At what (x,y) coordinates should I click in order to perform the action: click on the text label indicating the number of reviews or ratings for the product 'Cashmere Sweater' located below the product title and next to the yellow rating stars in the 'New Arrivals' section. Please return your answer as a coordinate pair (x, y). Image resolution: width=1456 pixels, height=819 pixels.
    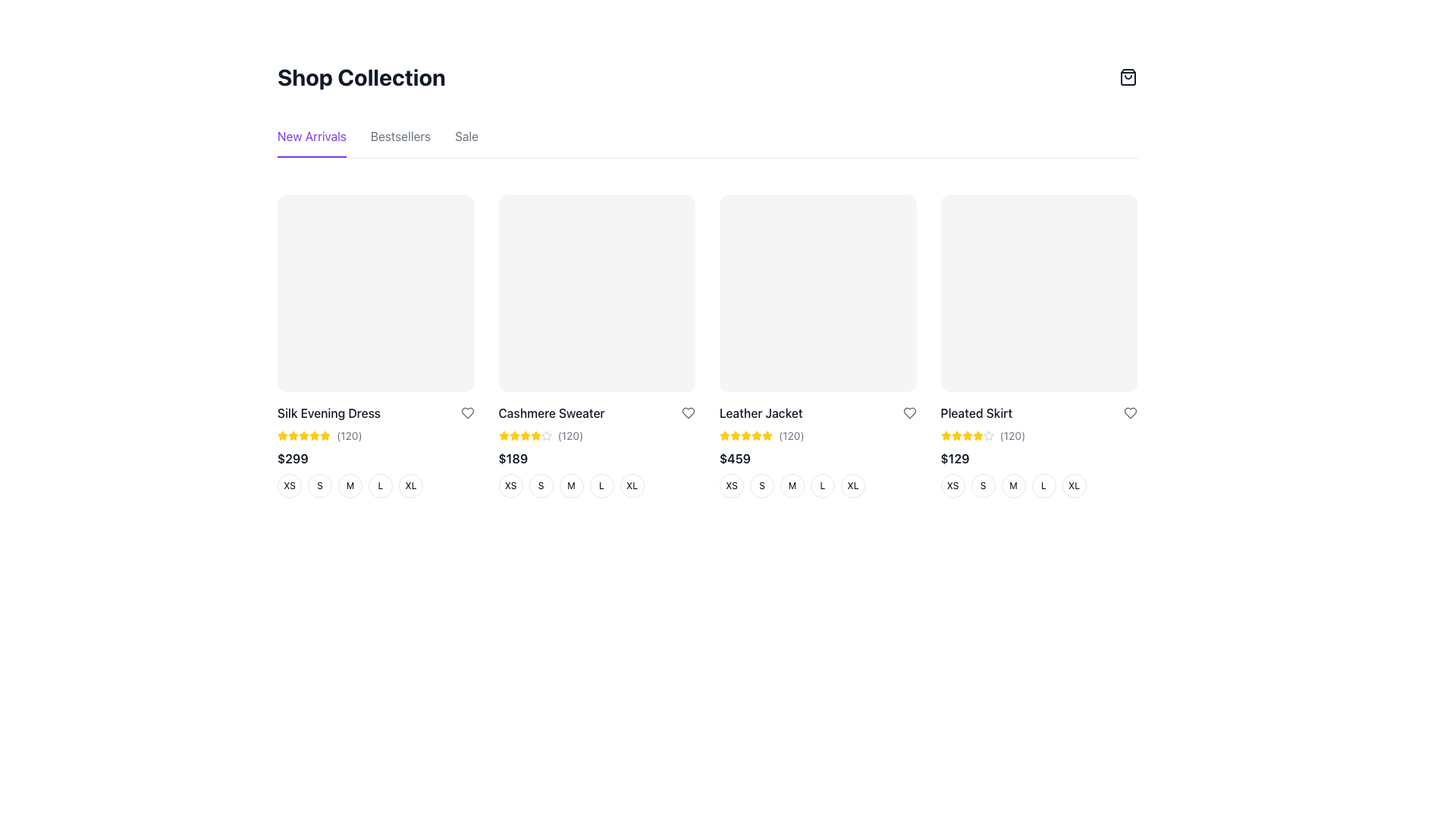
    Looking at the image, I should click on (570, 435).